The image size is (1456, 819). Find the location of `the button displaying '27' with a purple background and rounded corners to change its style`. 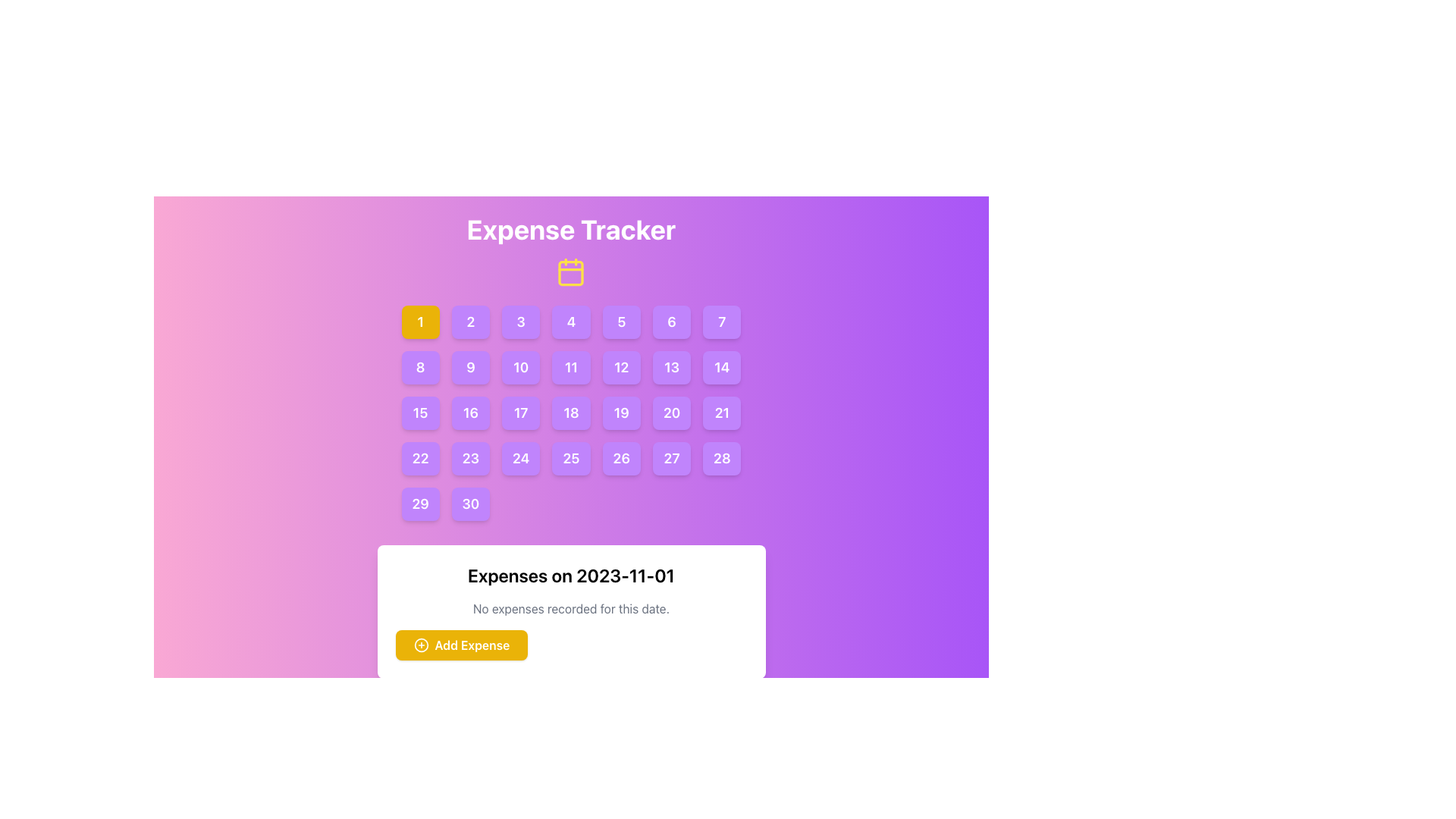

the button displaying '27' with a purple background and rounded corners to change its style is located at coordinates (671, 458).